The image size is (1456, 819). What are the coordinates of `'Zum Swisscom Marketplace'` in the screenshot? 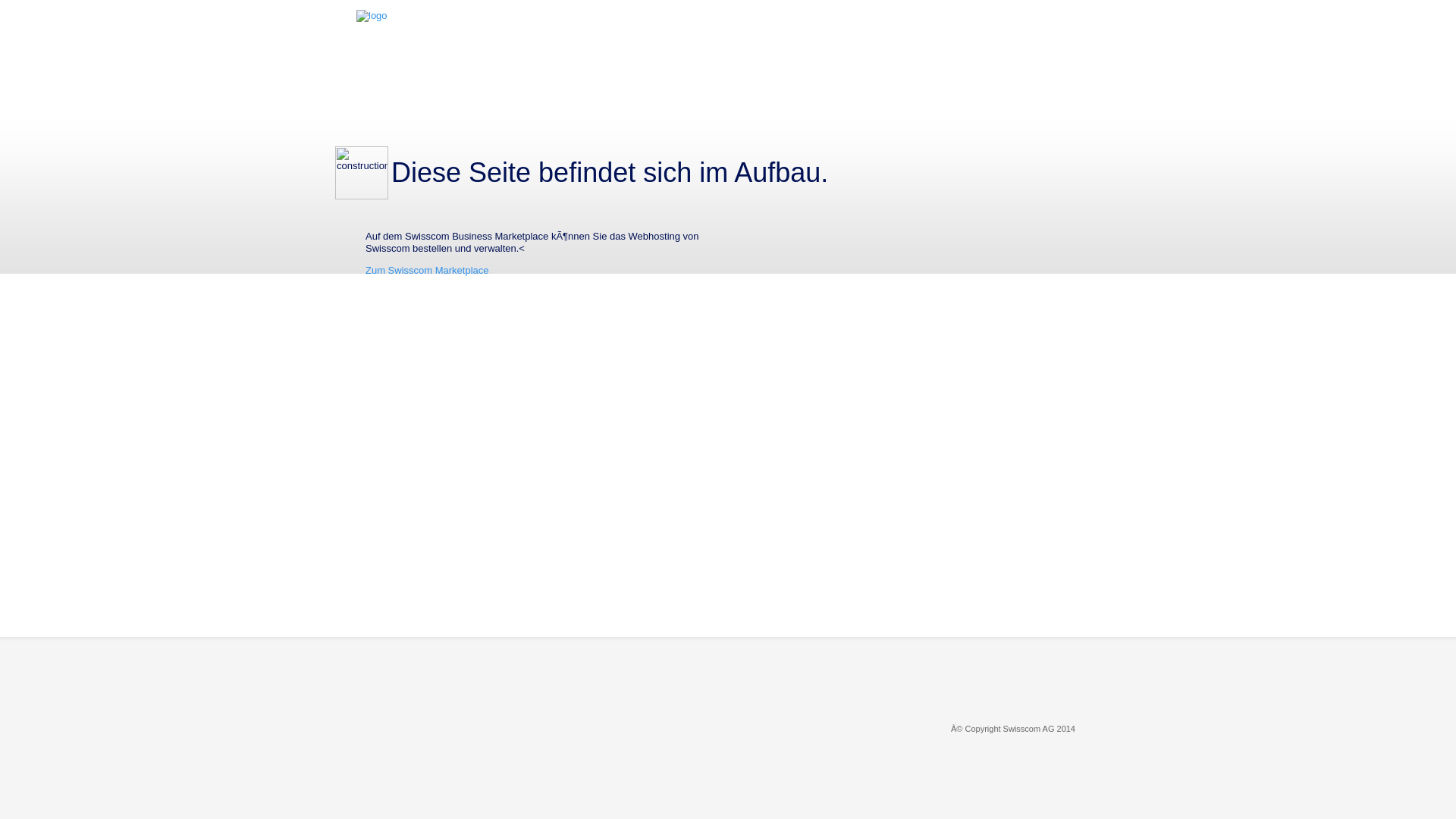 It's located at (426, 269).